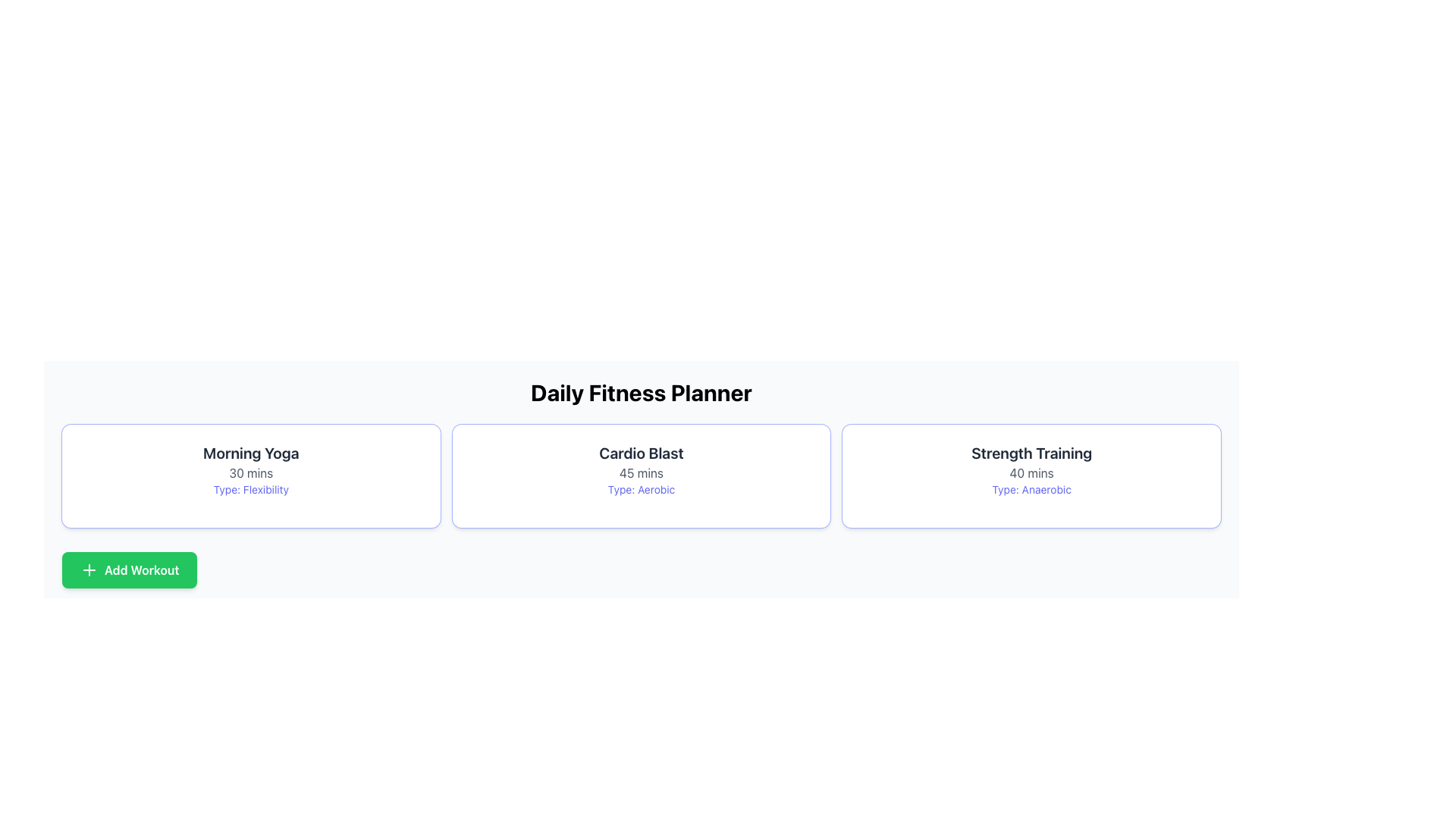  Describe the element at coordinates (641, 489) in the screenshot. I see `static text label that displays 'Type: Aerobic', located under '45 mins' in the 'Cardio Blast' workout information card` at that location.